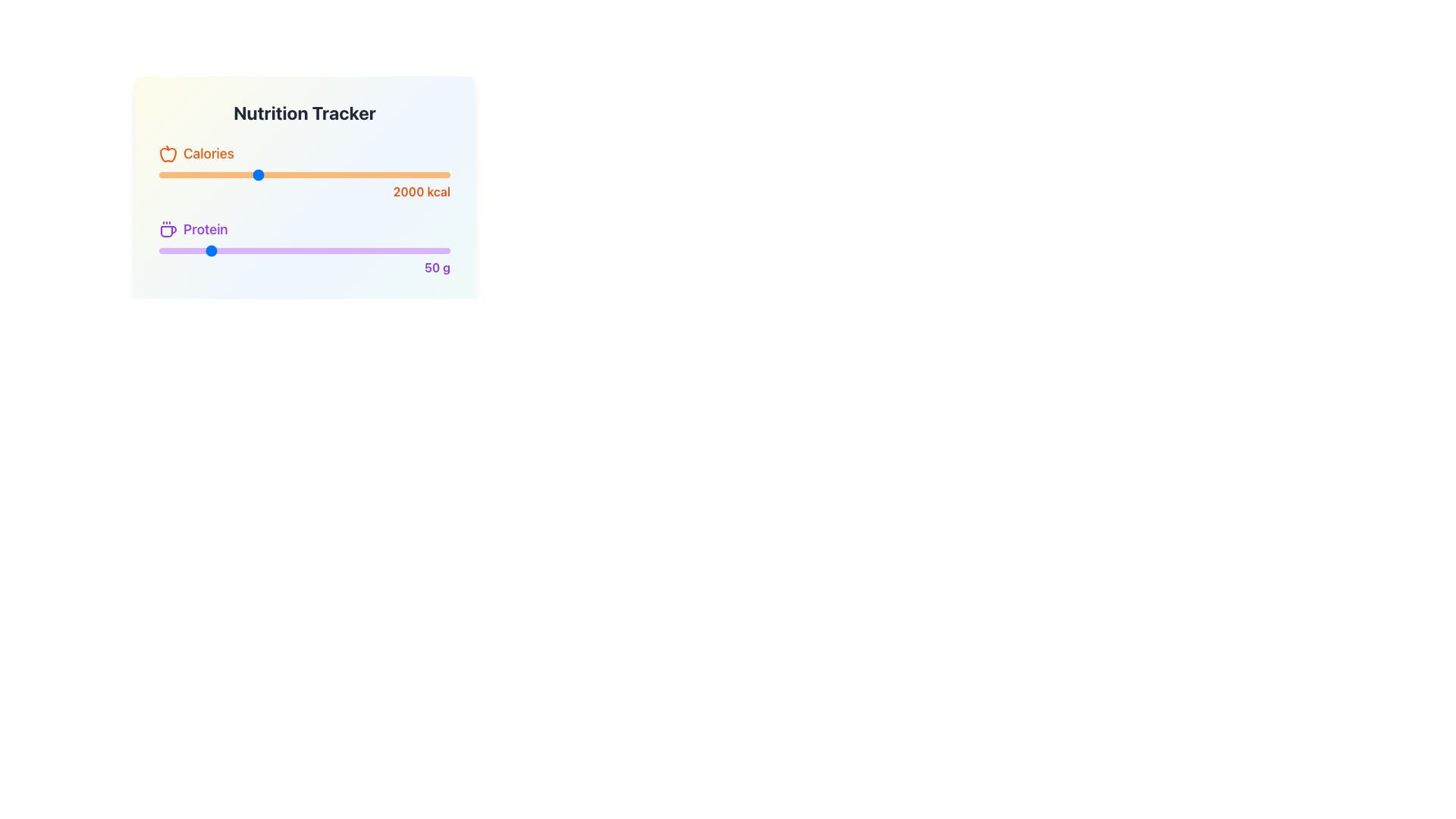  I want to click on calorie goal, so click(335, 174).